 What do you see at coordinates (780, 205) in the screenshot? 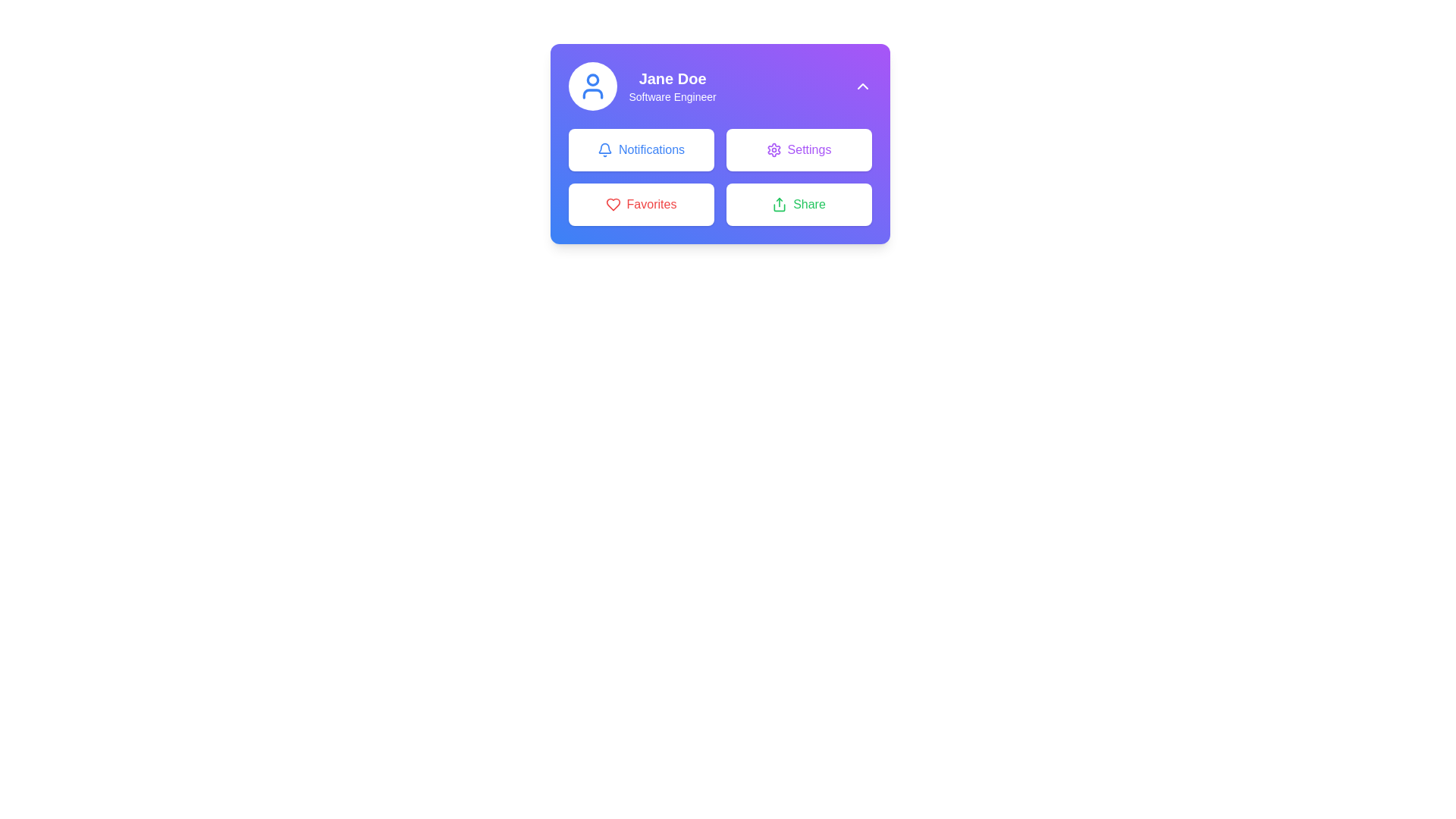
I see `the share icon with a green outline and transparent fill located in the bottom-right corner of the card labeled 'Share'` at bounding box center [780, 205].